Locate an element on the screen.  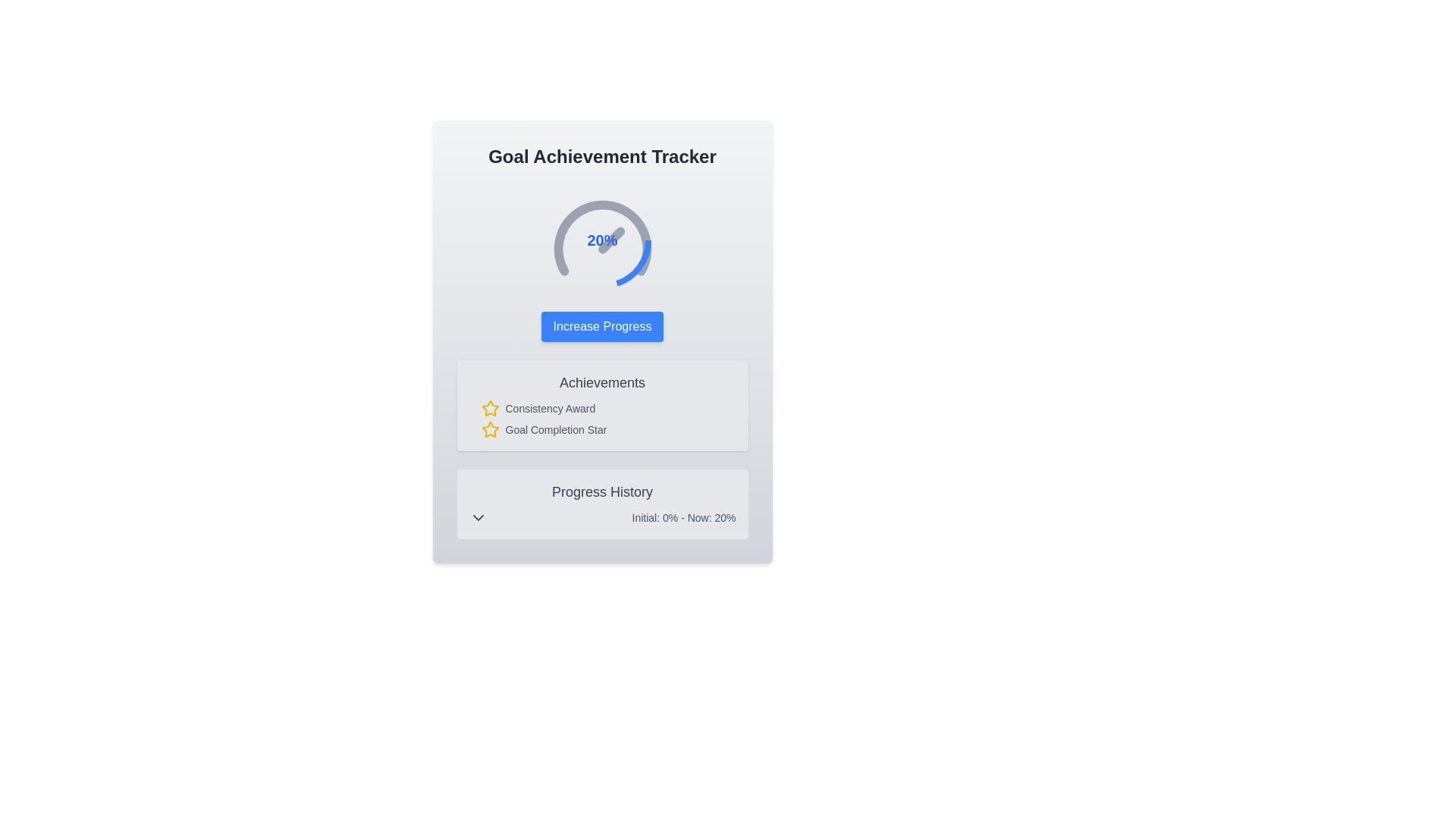
the 'Goal Completion Star' achievement icon located in the 'Achievements' section beneath the 'Consistency Award' icon is located at coordinates (490, 407).